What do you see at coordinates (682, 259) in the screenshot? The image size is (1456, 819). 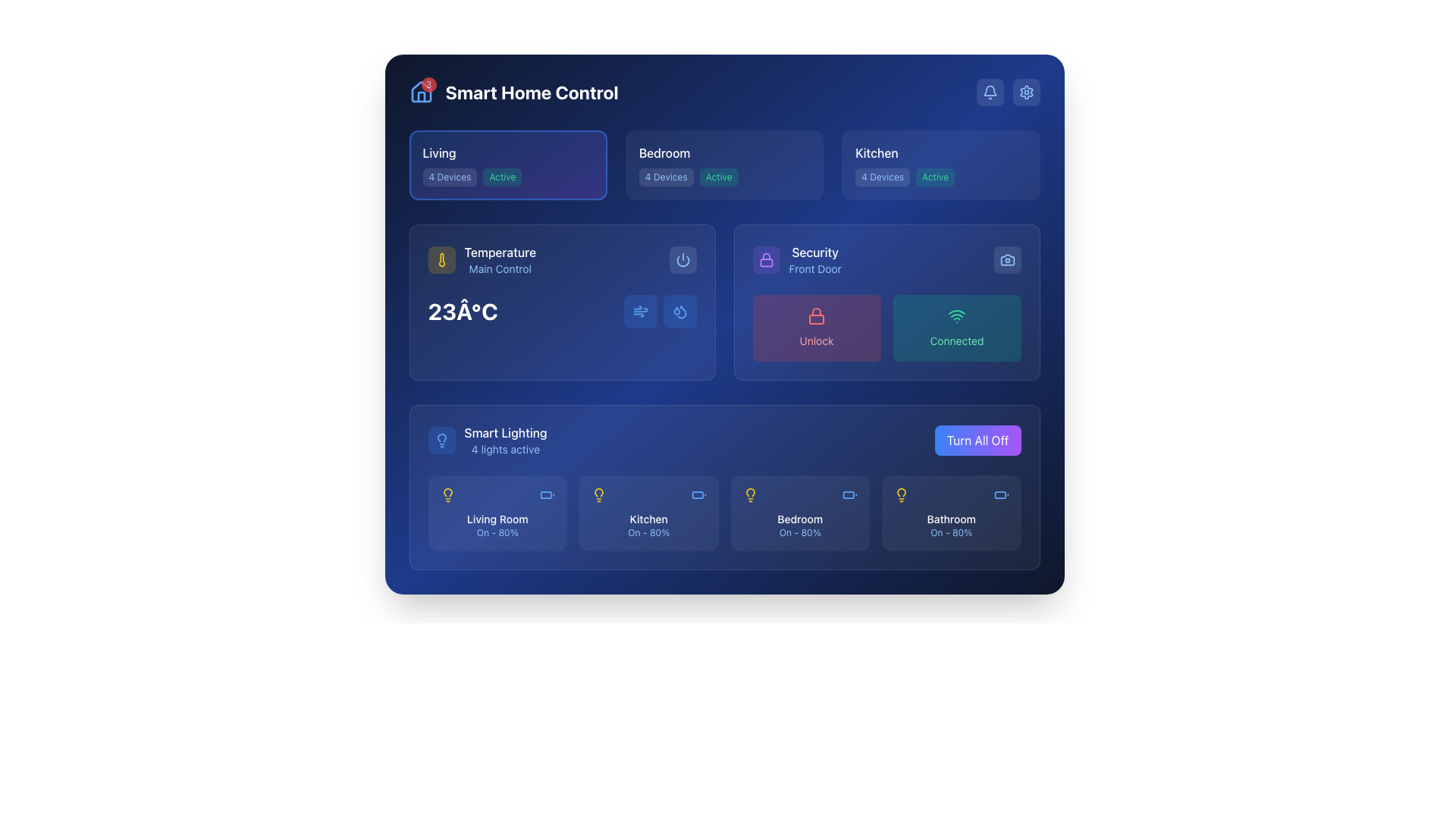 I see `the power symbol icon located in the top-right corner of the 'Temperature' card` at bounding box center [682, 259].